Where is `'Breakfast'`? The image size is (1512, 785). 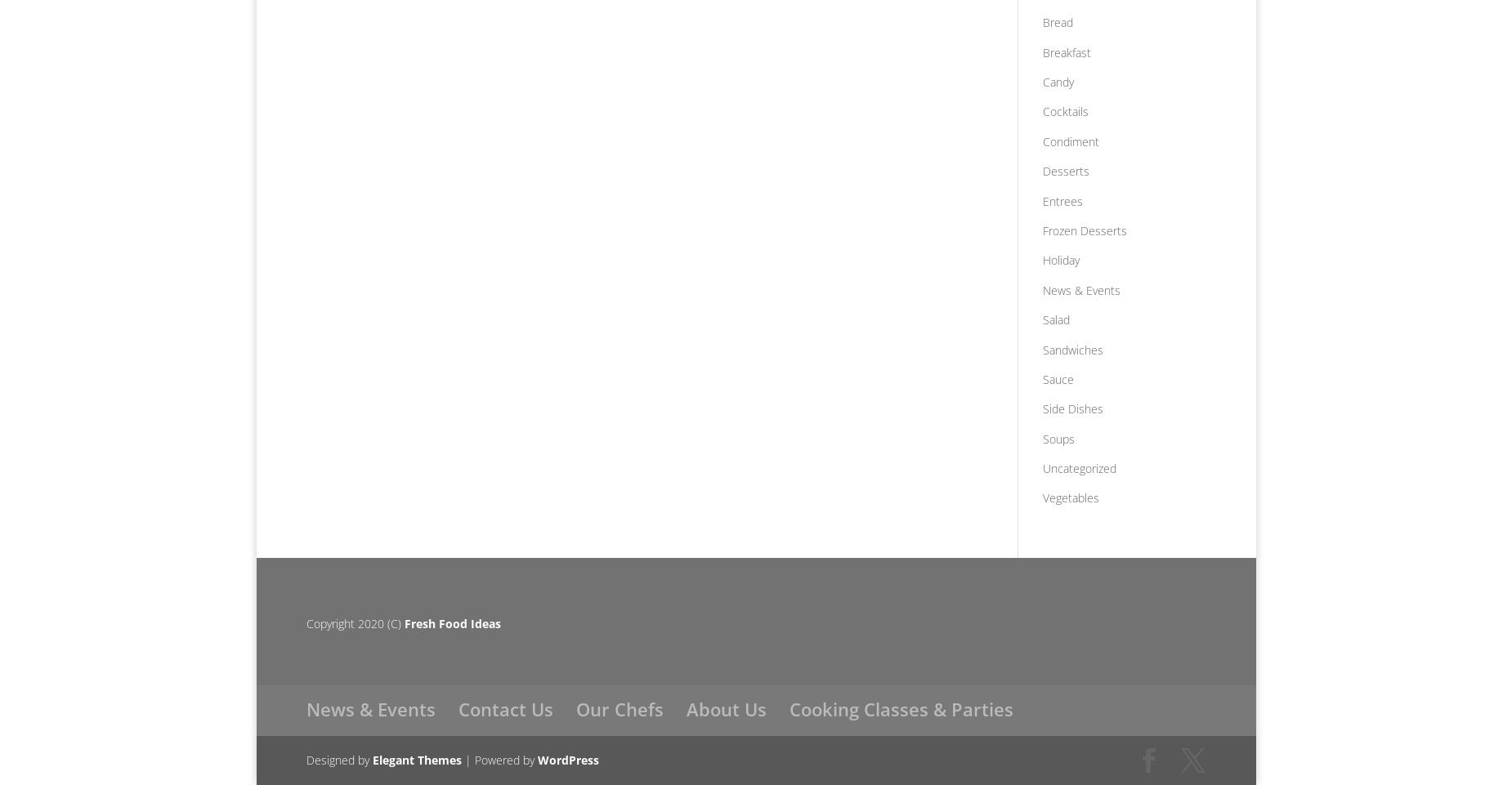 'Breakfast' is located at coordinates (1065, 51).